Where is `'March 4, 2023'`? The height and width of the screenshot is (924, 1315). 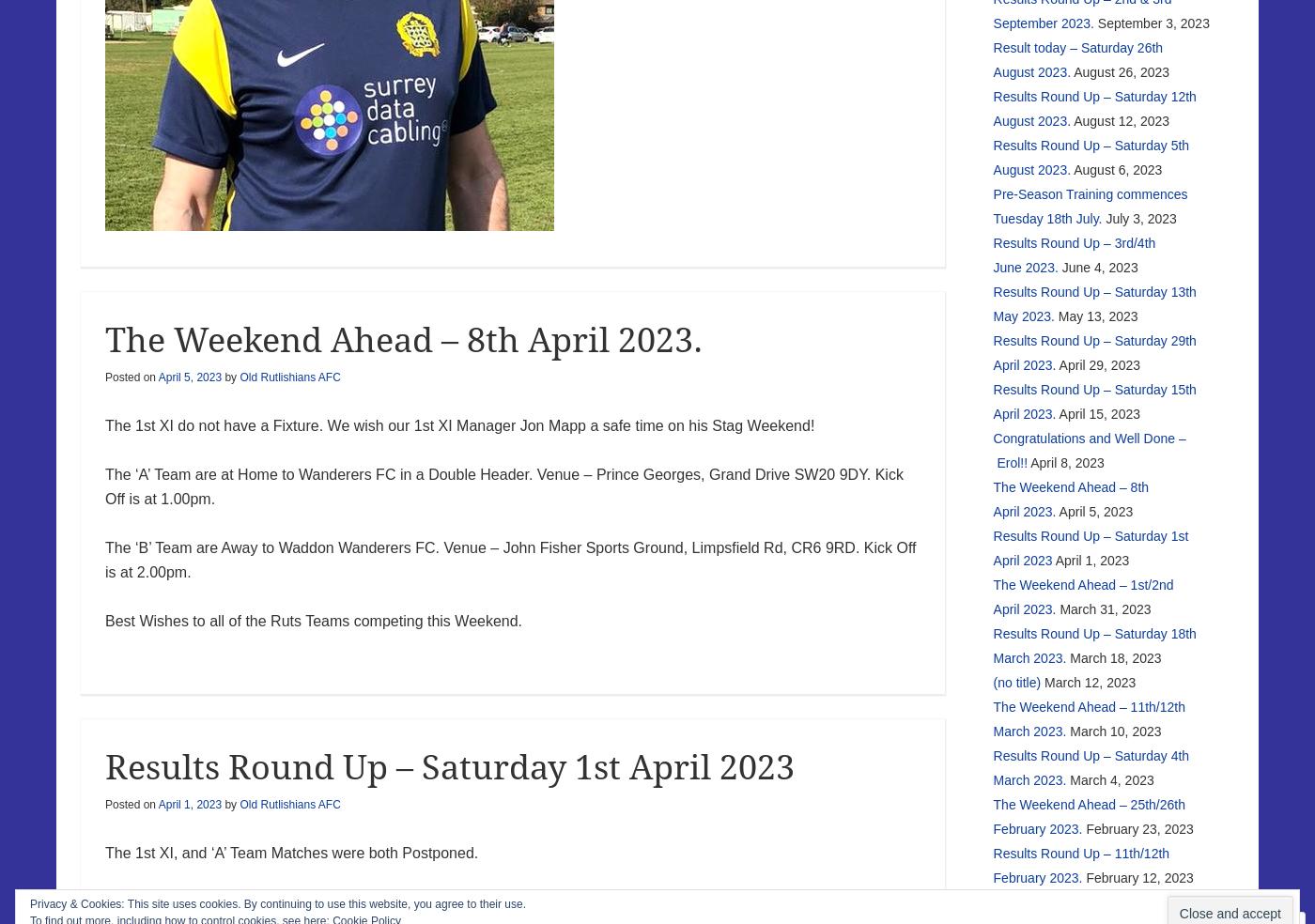
'March 4, 2023' is located at coordinates (1111, 778).